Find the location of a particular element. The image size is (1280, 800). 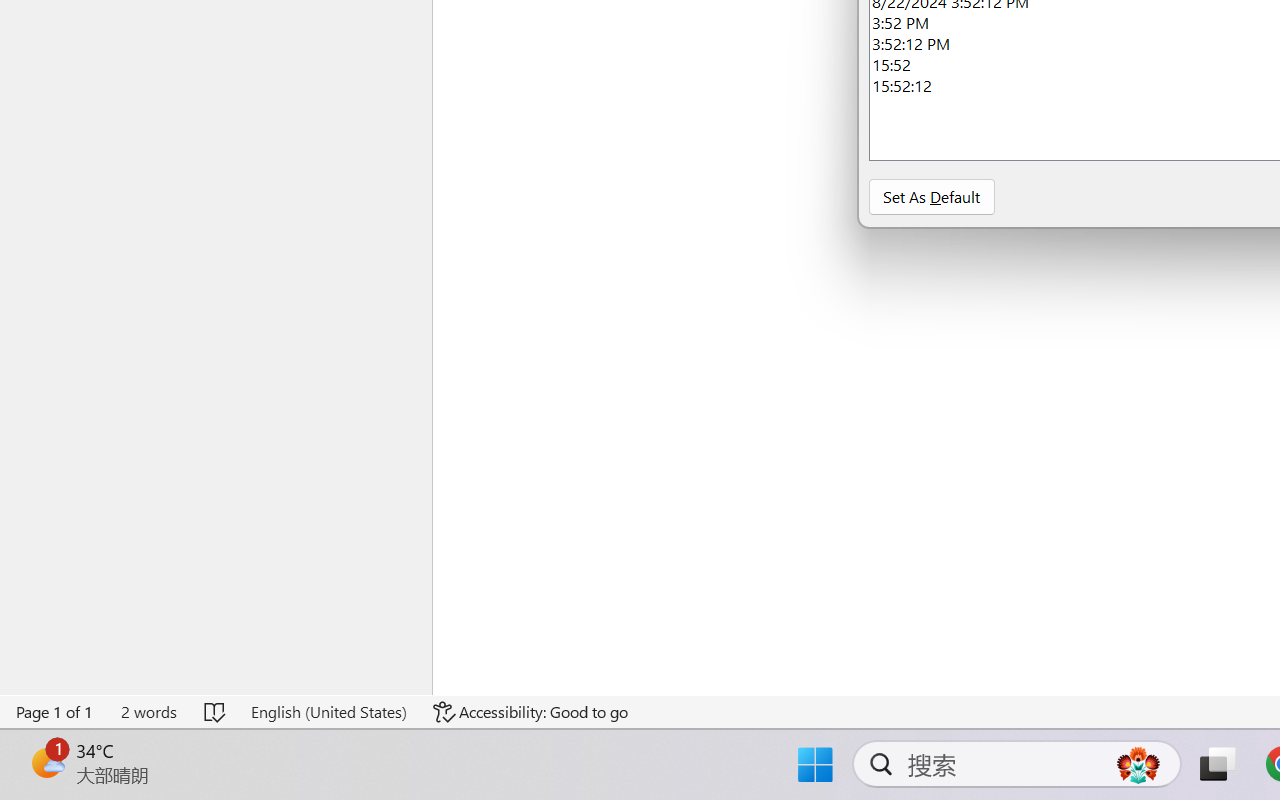

'Spelling and Grammar Check No Errors' is located at coordinates (216, 711).